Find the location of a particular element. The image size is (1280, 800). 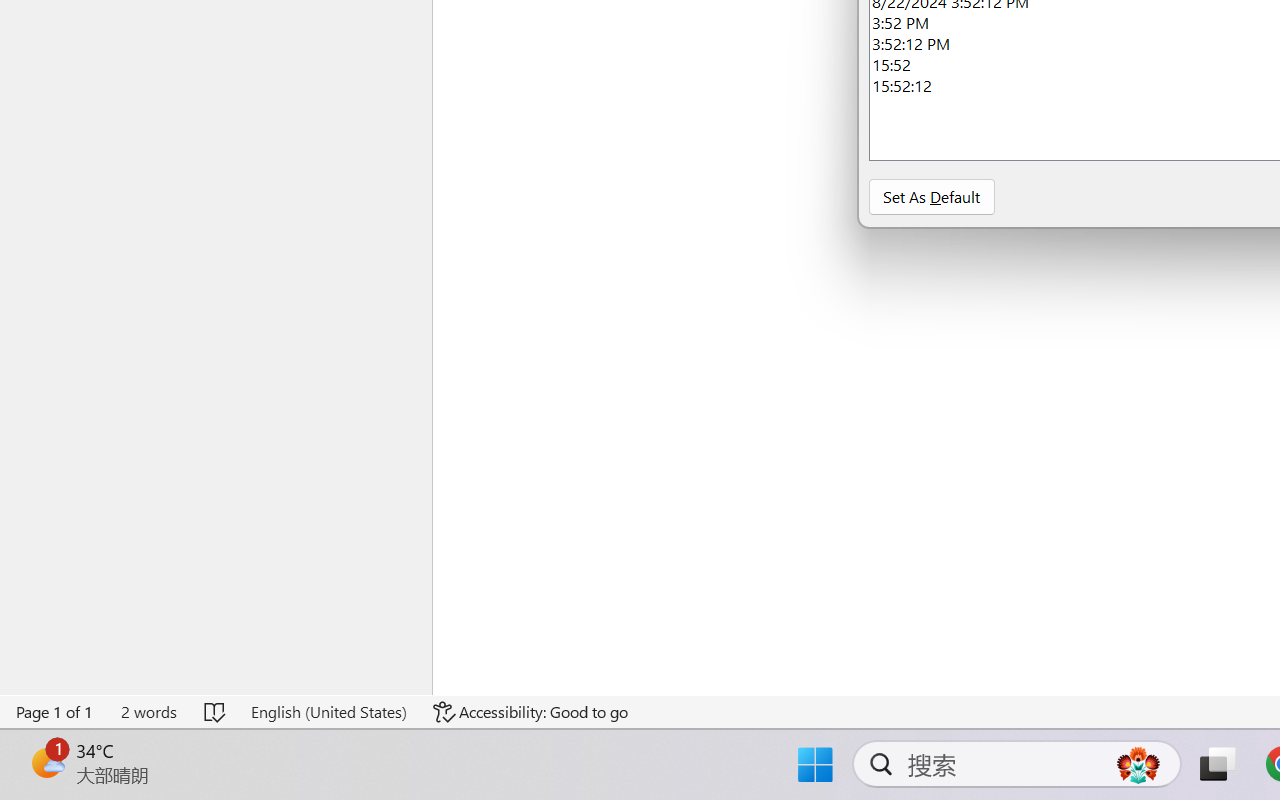

'Spelling and Grammar Check No Errors' is located at coordinates (216, 711).